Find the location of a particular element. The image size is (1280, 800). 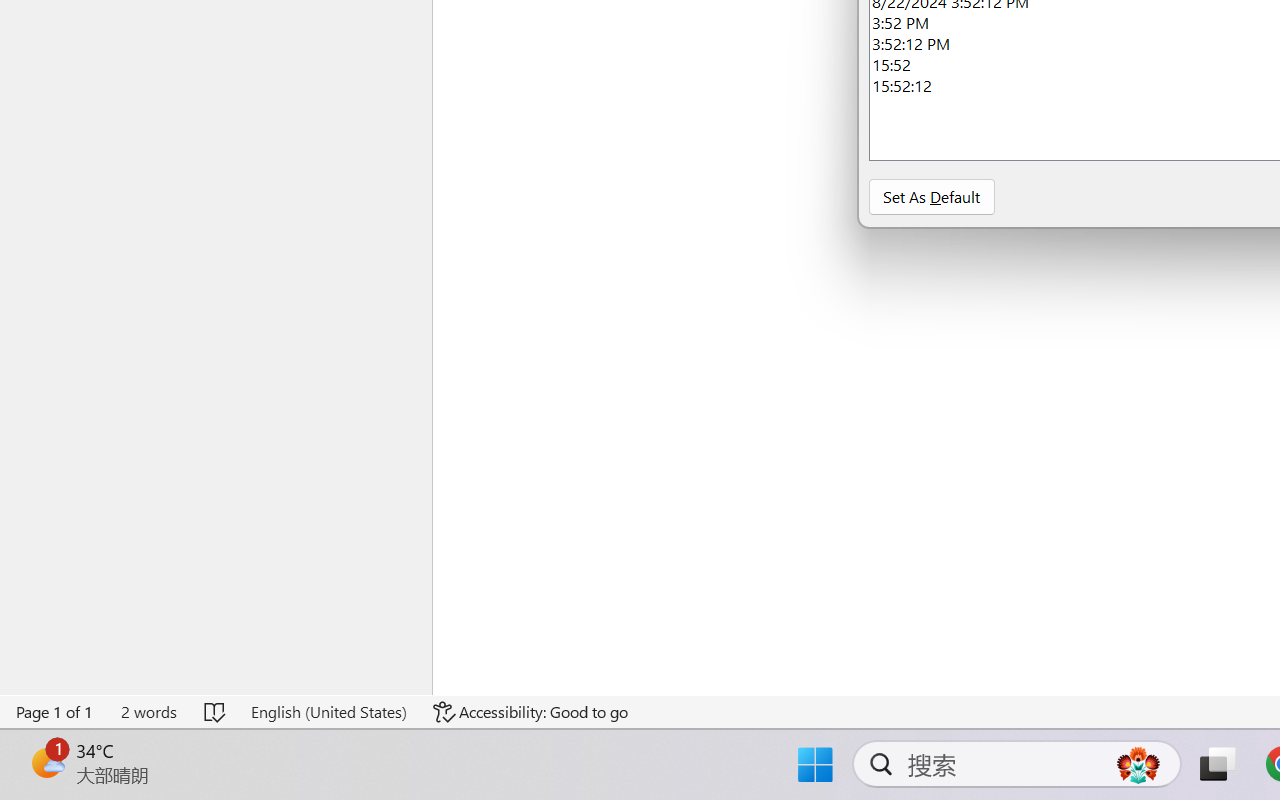

'Spelling and Grammar Check No Errors' is located at coordinates (216, 711).